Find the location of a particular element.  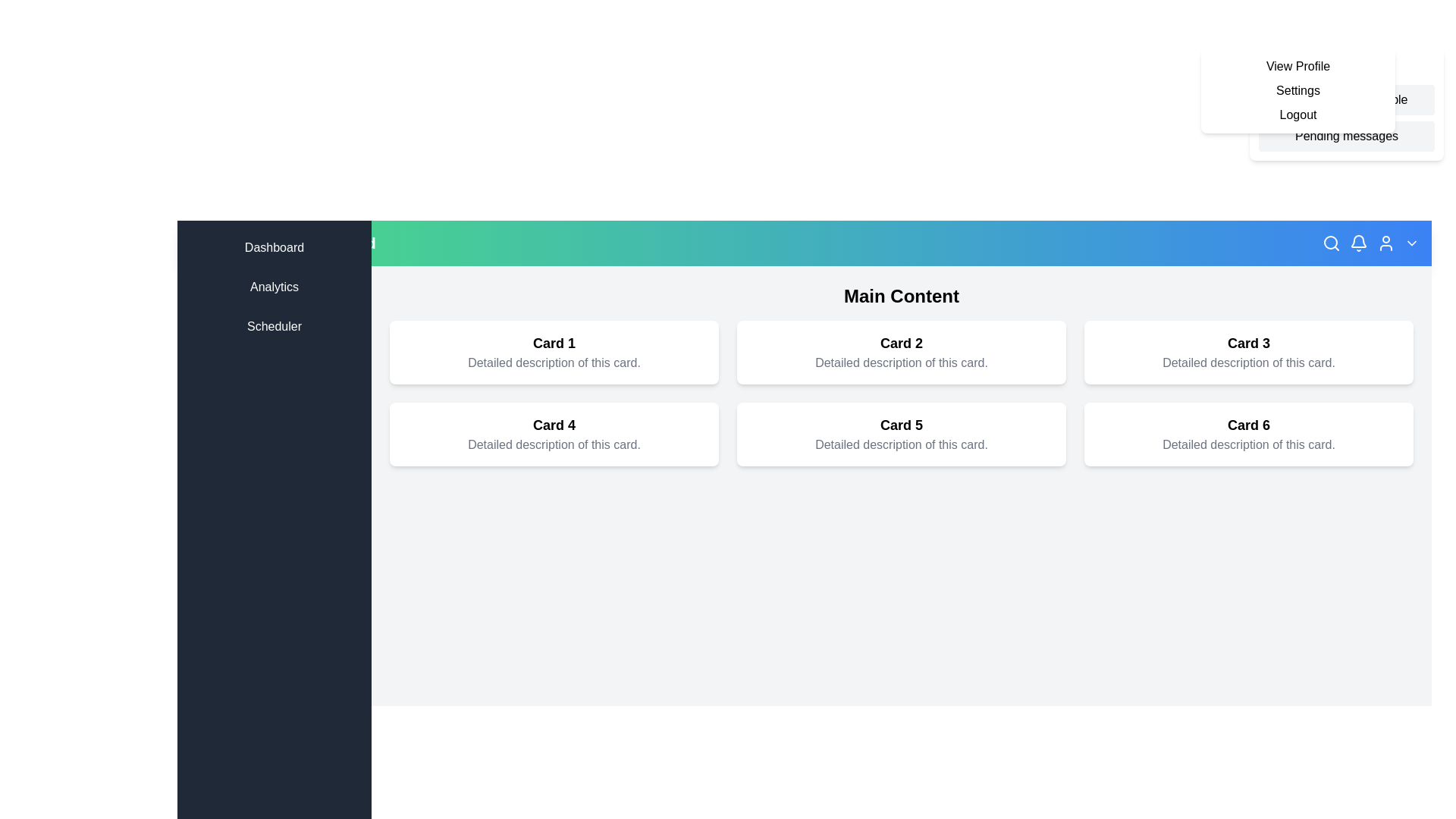

the 'Settings' text link in the user account dropdown menu located in the upper-right corner of the interface is located at coordinates (1298, 90).